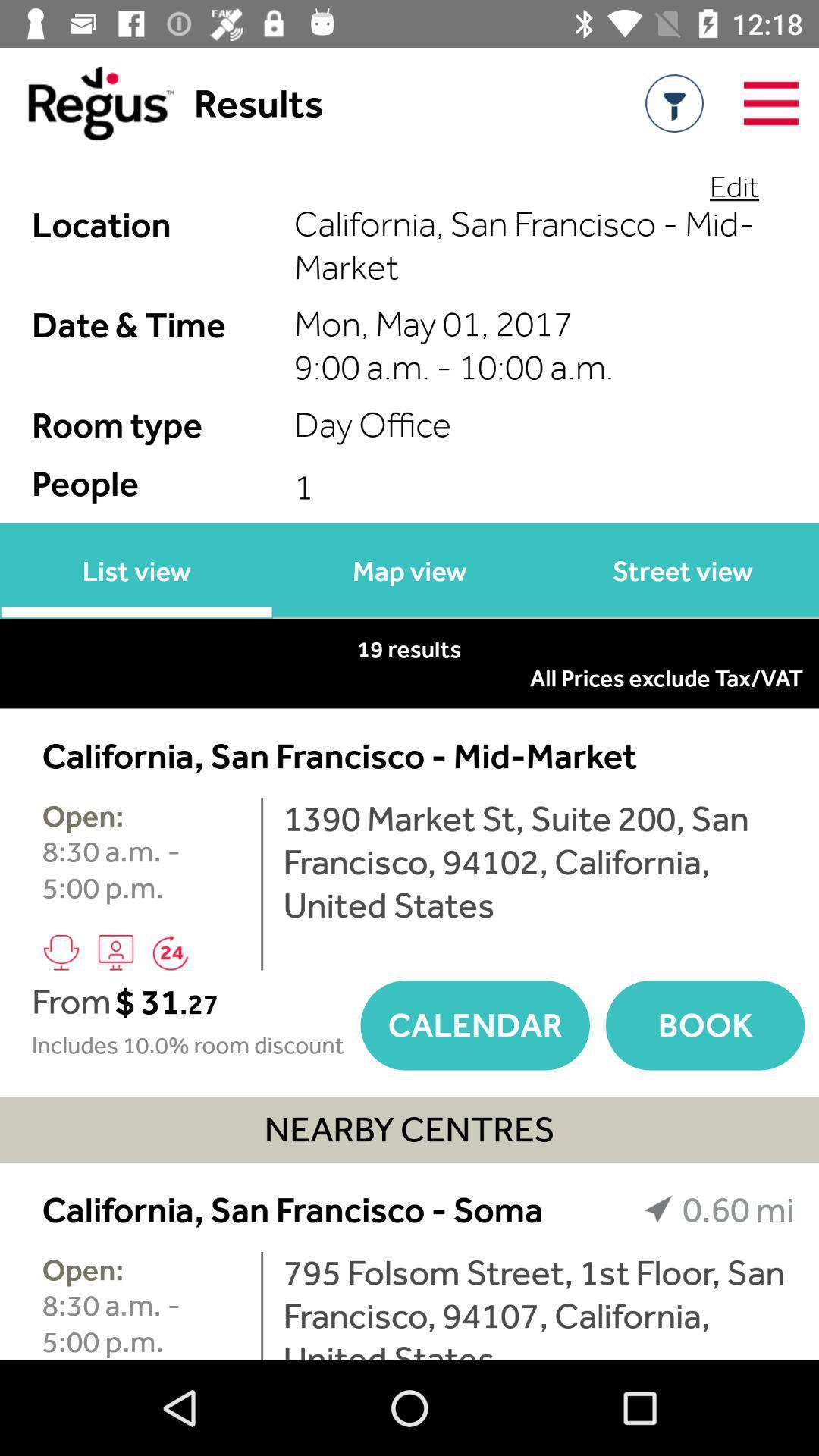  I want to click on the from, so click(71, 1001).